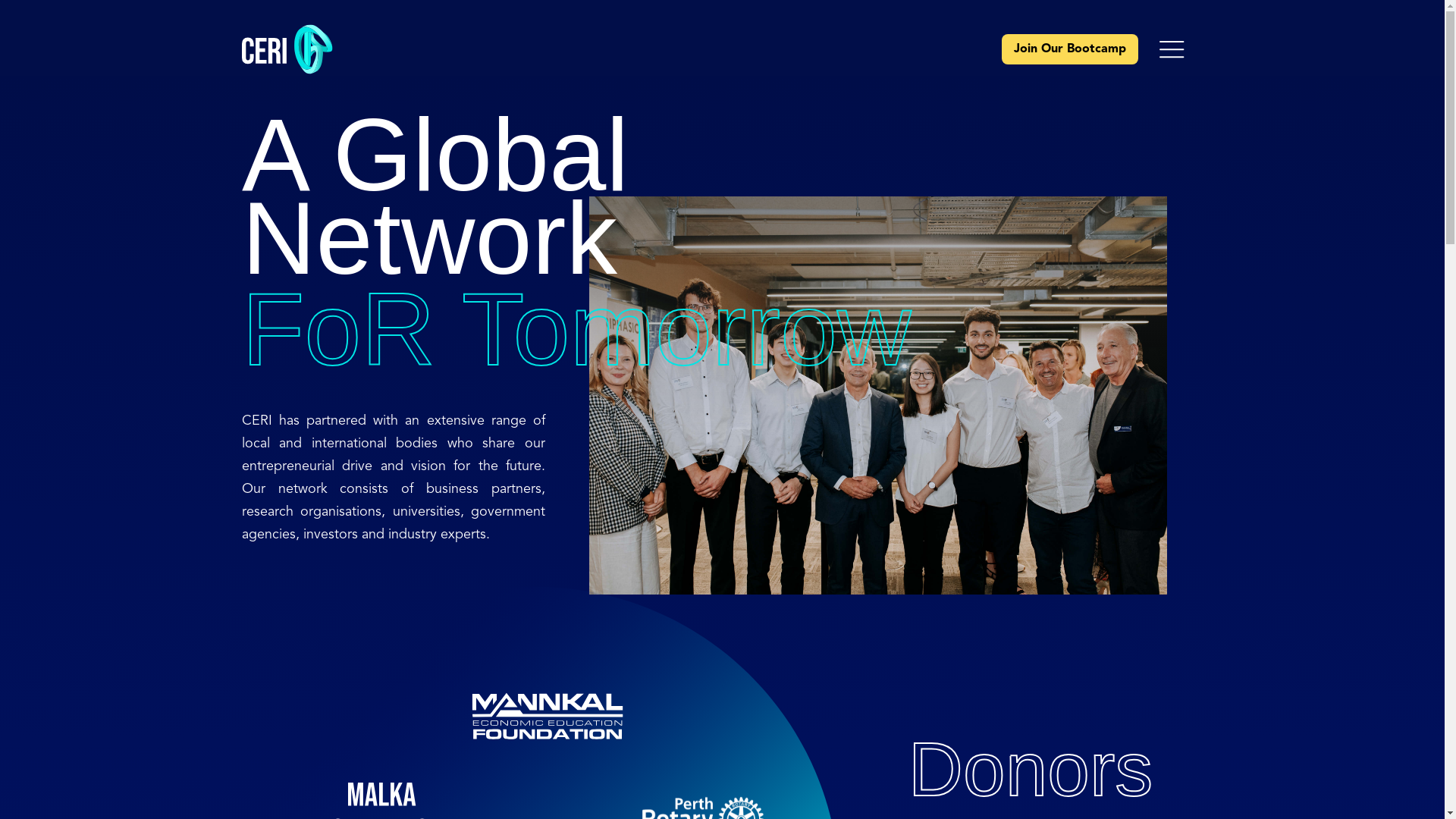  What do you see at coordinates (1069, 49) in the screenshot?
I see `'Join Our Bootcamp'` at bounding box center [1069, 49].